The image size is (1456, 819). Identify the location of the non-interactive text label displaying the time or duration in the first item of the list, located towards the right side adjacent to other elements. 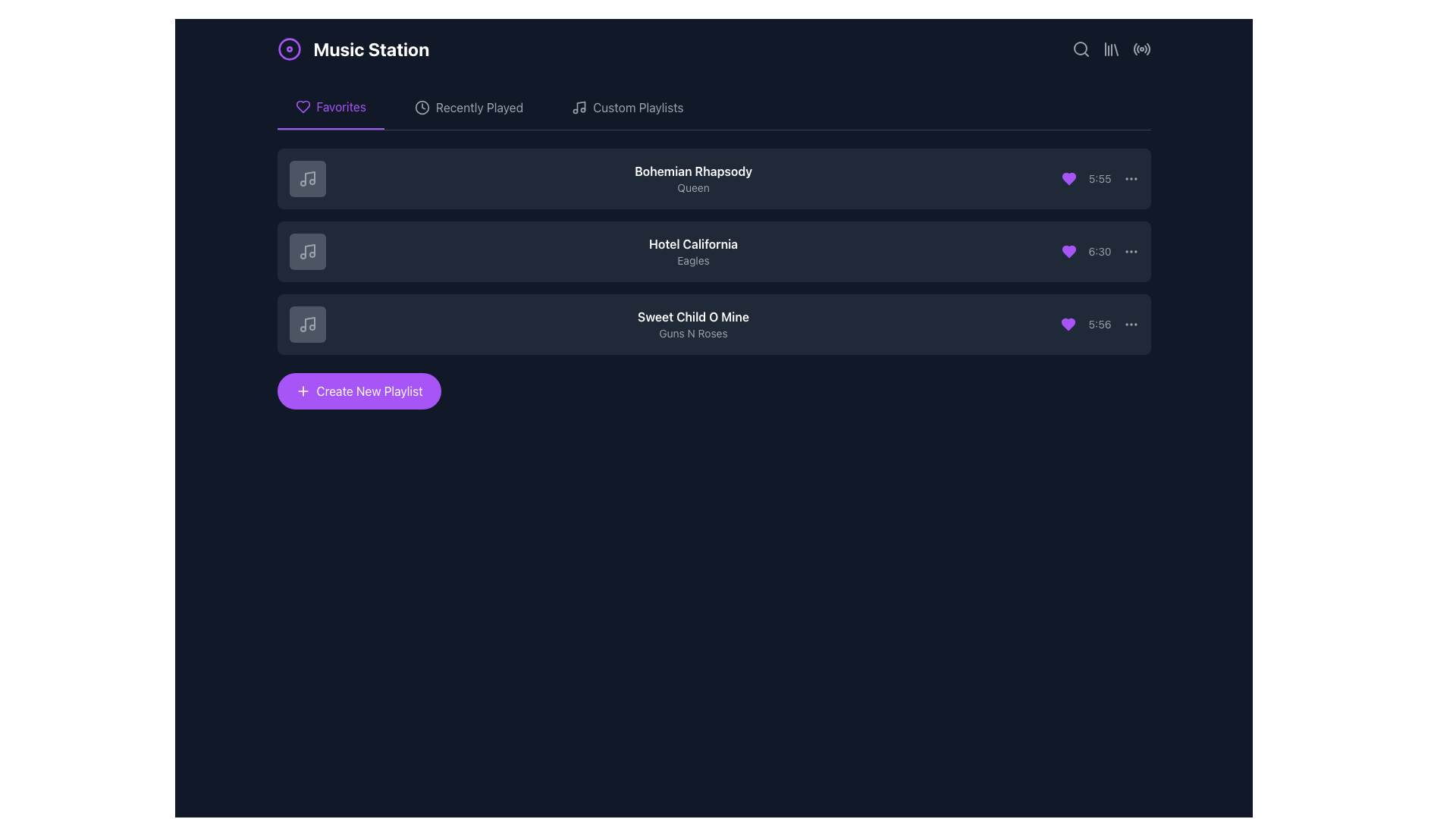
(1100, 177).